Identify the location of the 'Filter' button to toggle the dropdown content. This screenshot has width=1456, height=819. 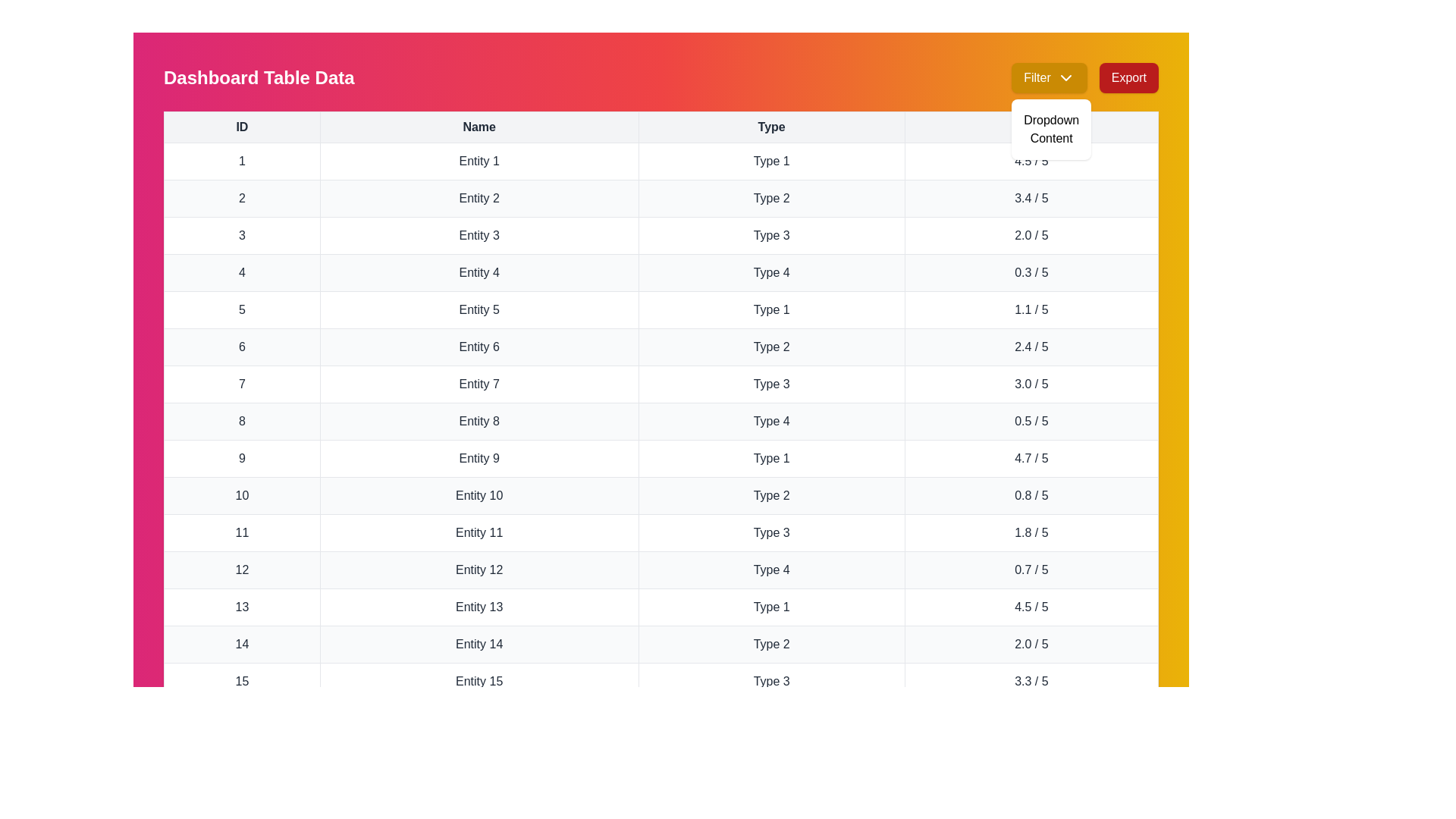
(1047, 78).